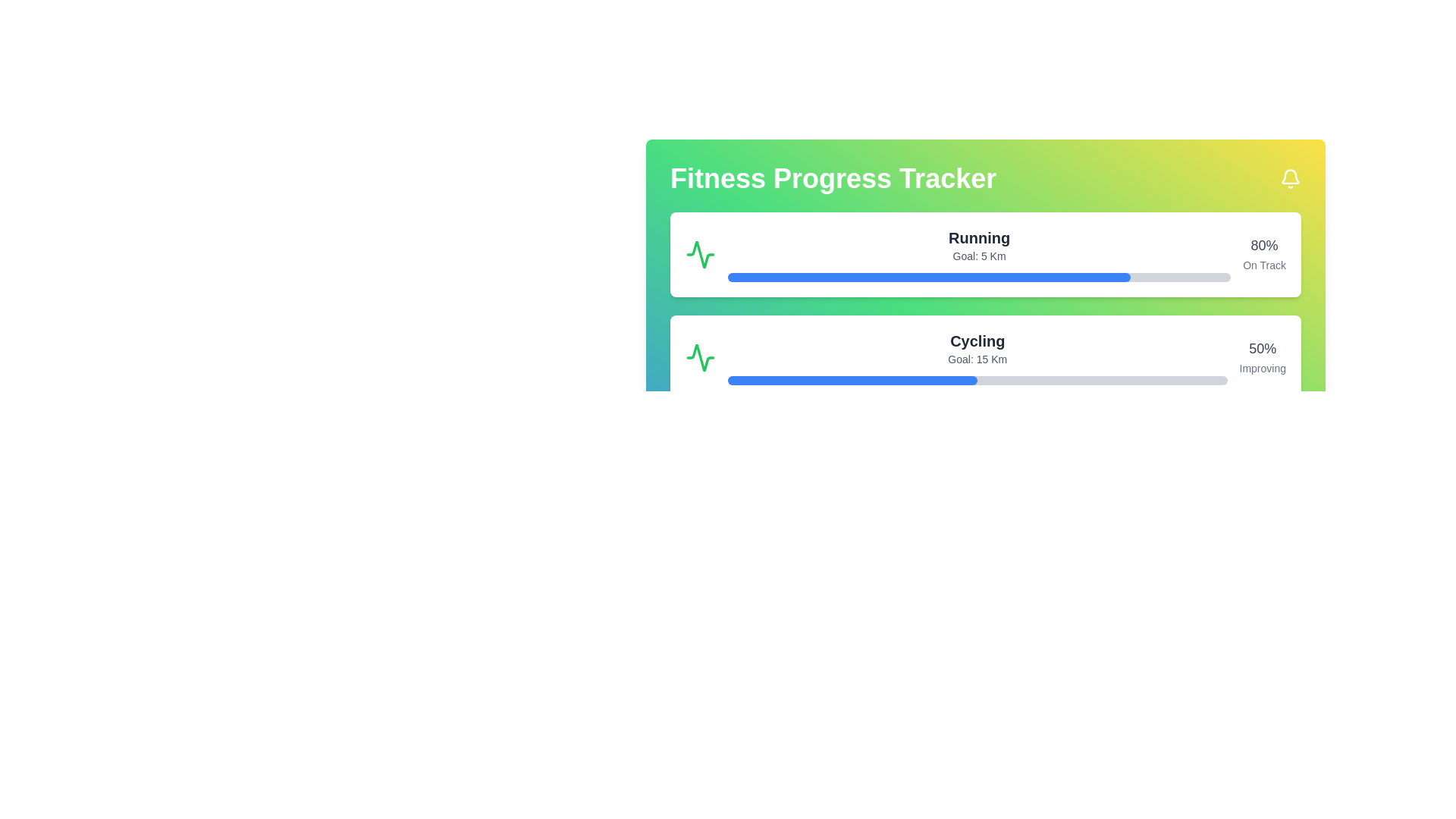  What do you see at coordinates (979, 237) in the screenshot?
I see `the static text labeled 'Running' which is styled in bold and semibold font, located centrally in the fitness tracker application interface` at bounding box center [979, 237].